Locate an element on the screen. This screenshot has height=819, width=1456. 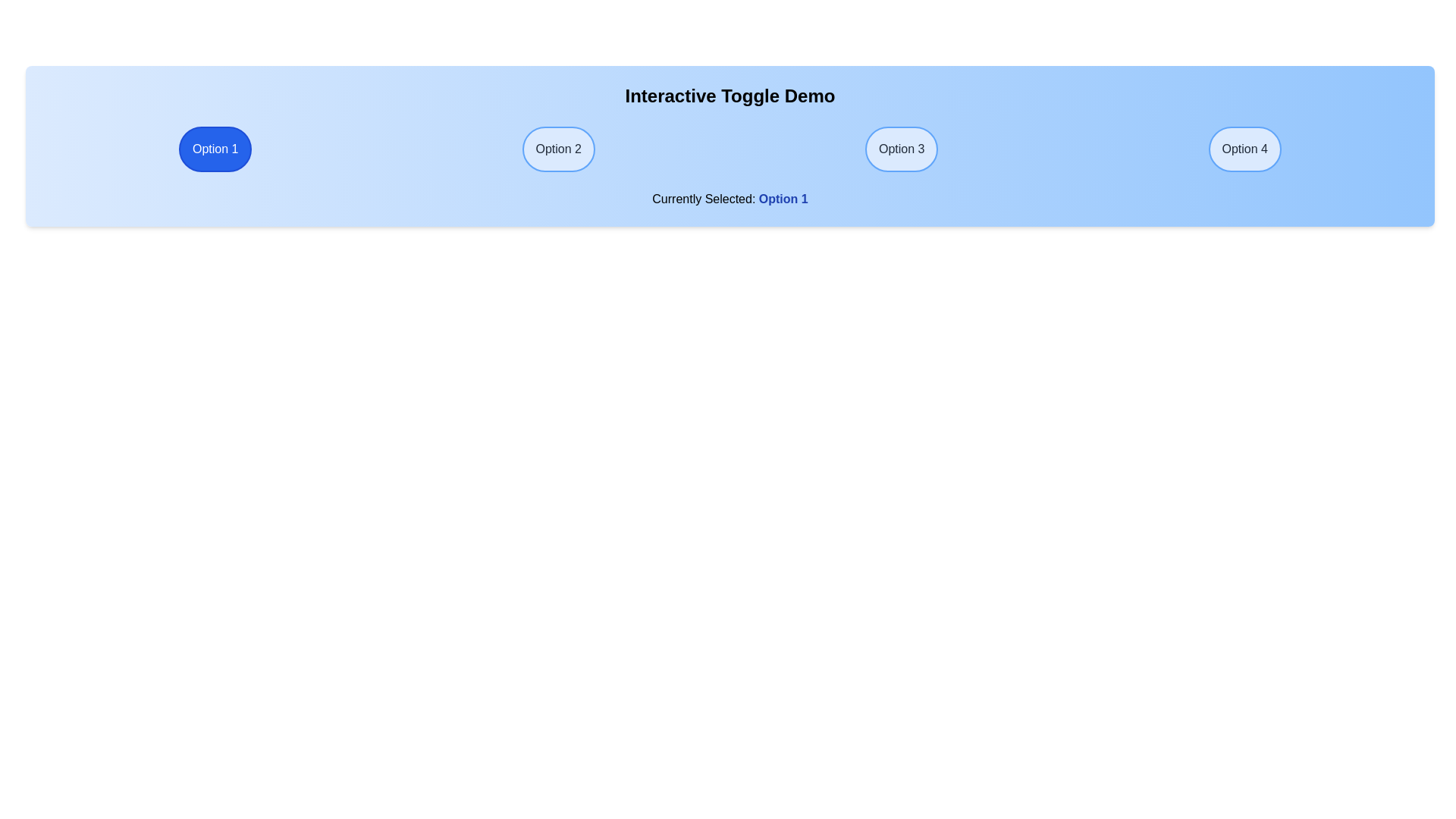
the option Option 3 to select it is located at coordinates (902, 149).